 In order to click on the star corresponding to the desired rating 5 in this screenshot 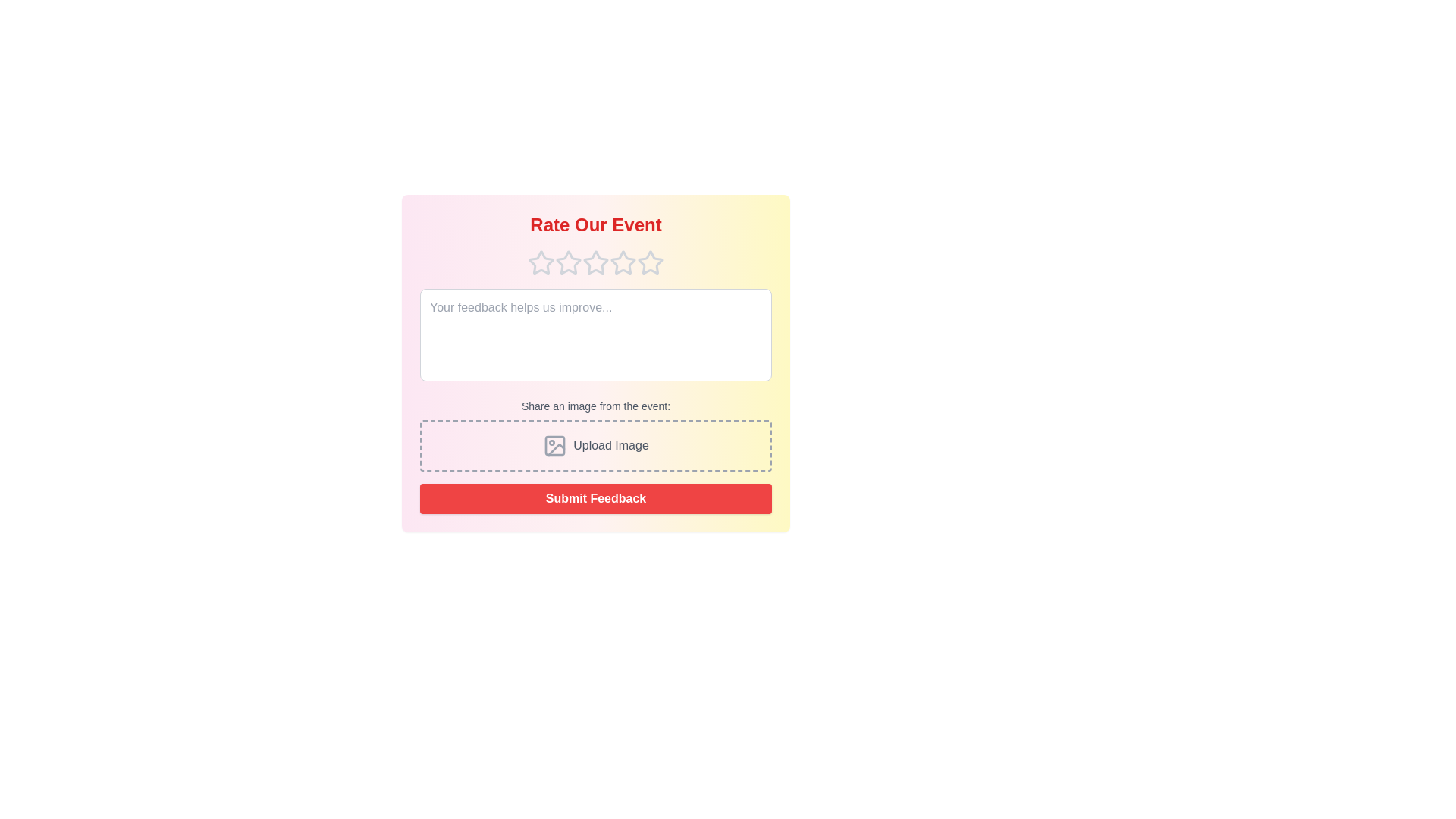, I will do `click(651, 262)`.